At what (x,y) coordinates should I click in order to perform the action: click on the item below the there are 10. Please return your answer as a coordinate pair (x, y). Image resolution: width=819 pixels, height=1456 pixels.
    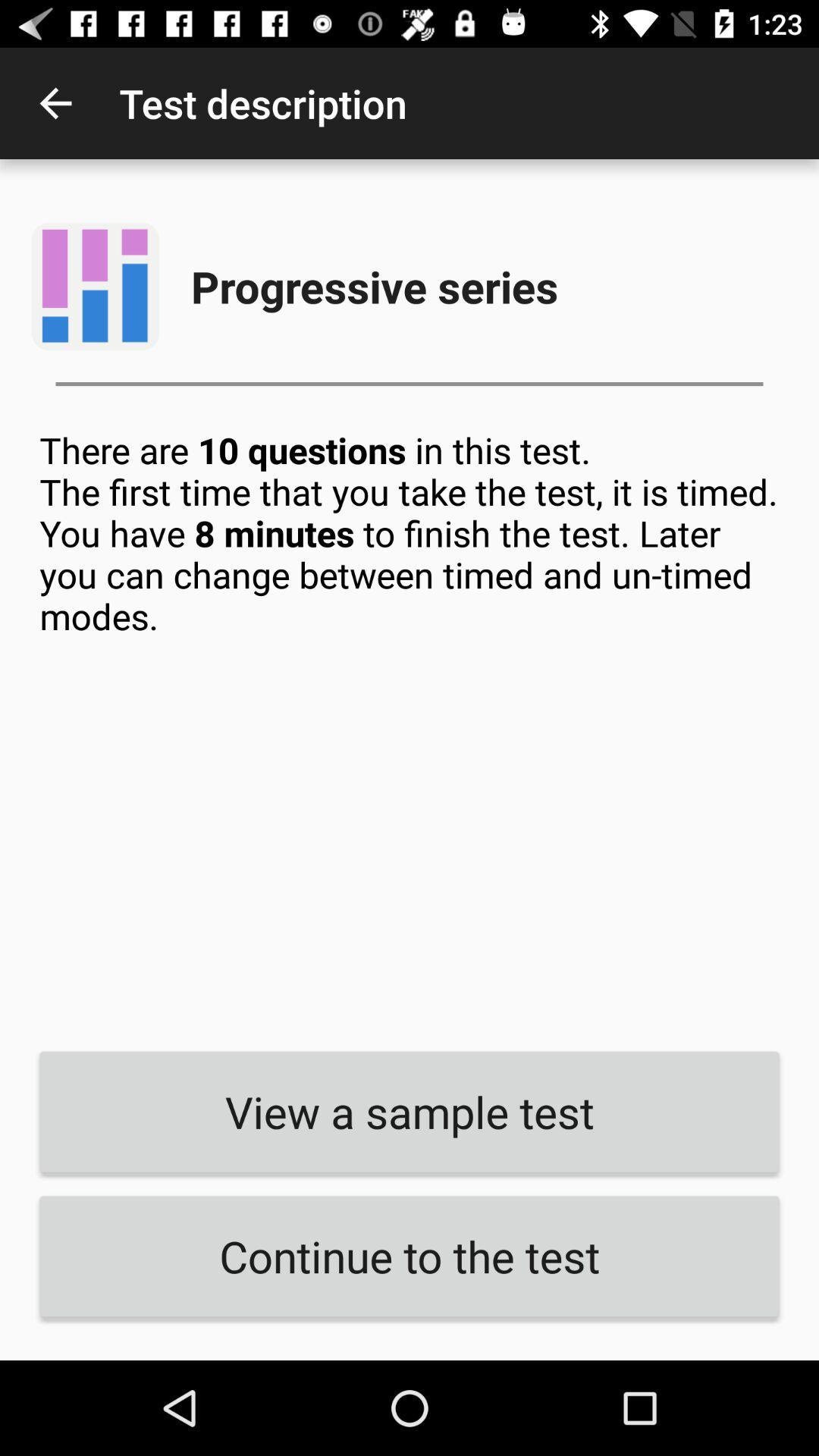
    Looking at the image, I should click on (409, 1112).